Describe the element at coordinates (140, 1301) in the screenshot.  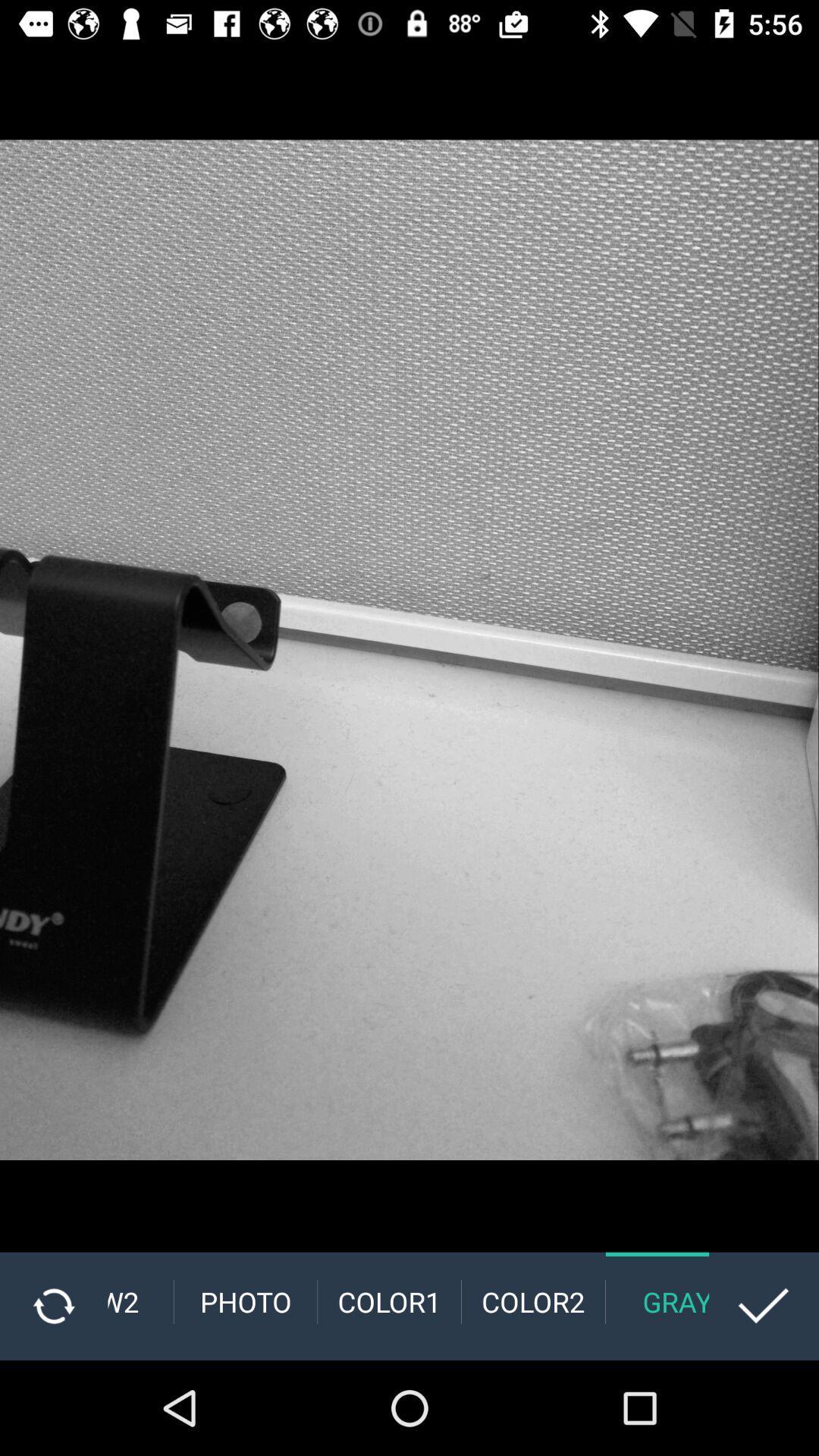
I see `the b&w2 item` at that location.